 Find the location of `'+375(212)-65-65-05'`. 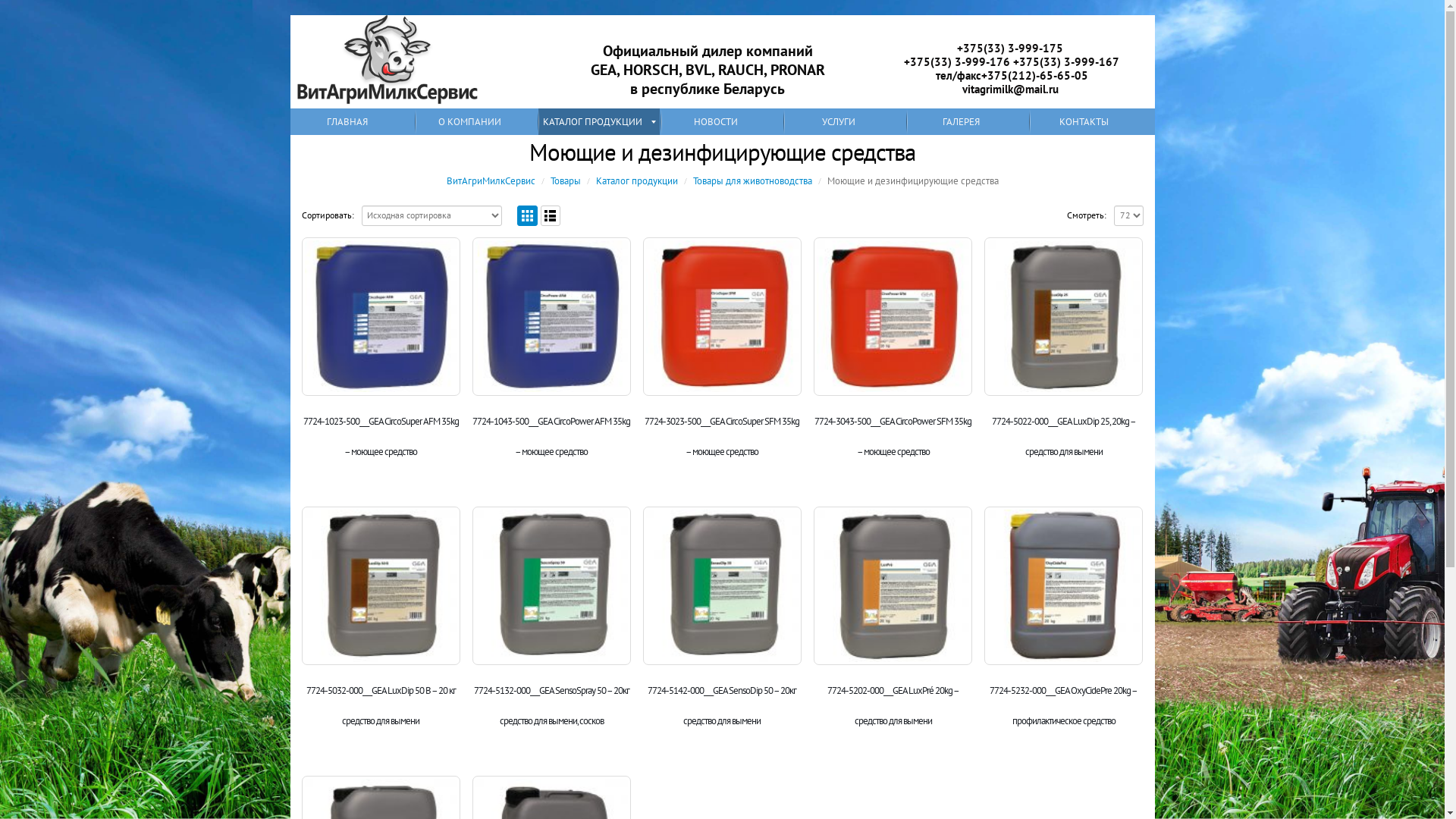

'+375(212)-65-65-05' is located at coordinates (1034, 75).